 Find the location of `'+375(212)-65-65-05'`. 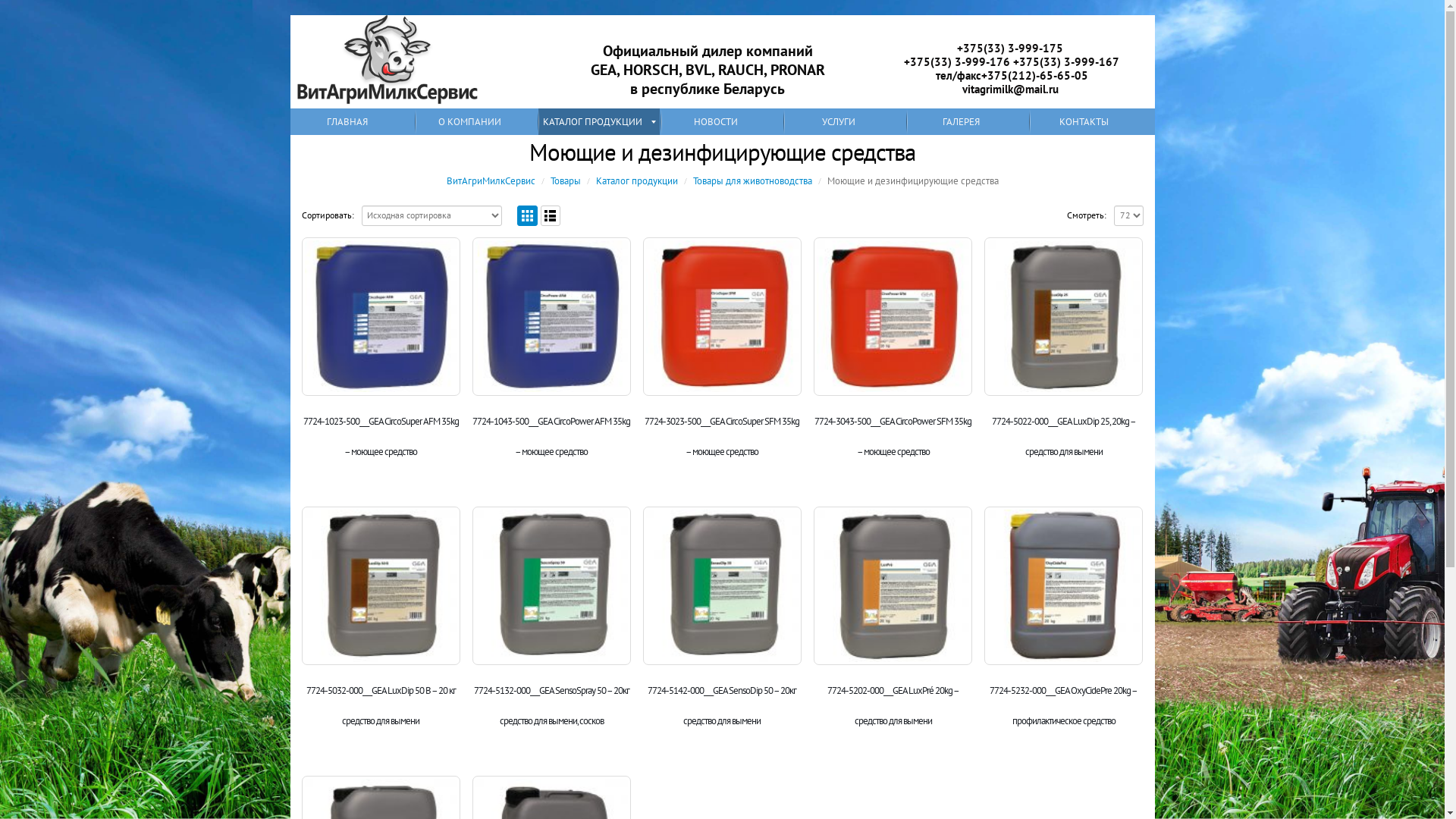

'+375(212)-65-65-05' is located at coordinates (1034, 75).